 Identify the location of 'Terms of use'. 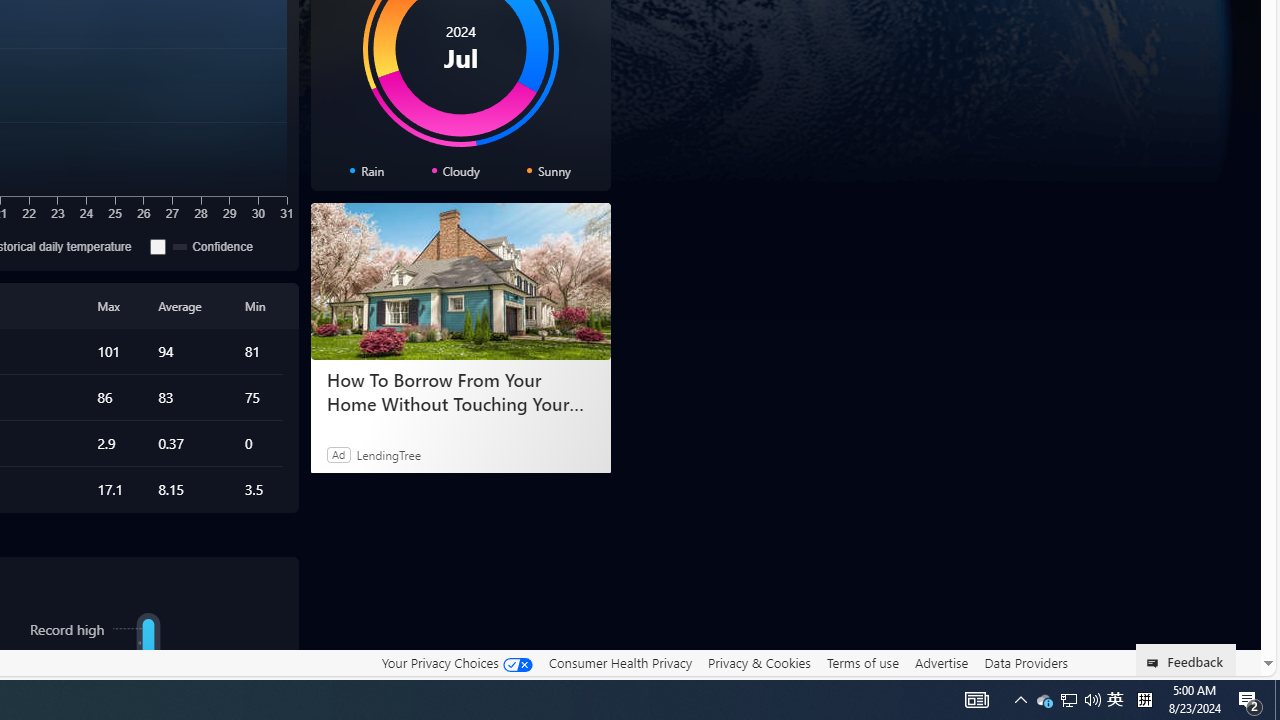
(862, 662).